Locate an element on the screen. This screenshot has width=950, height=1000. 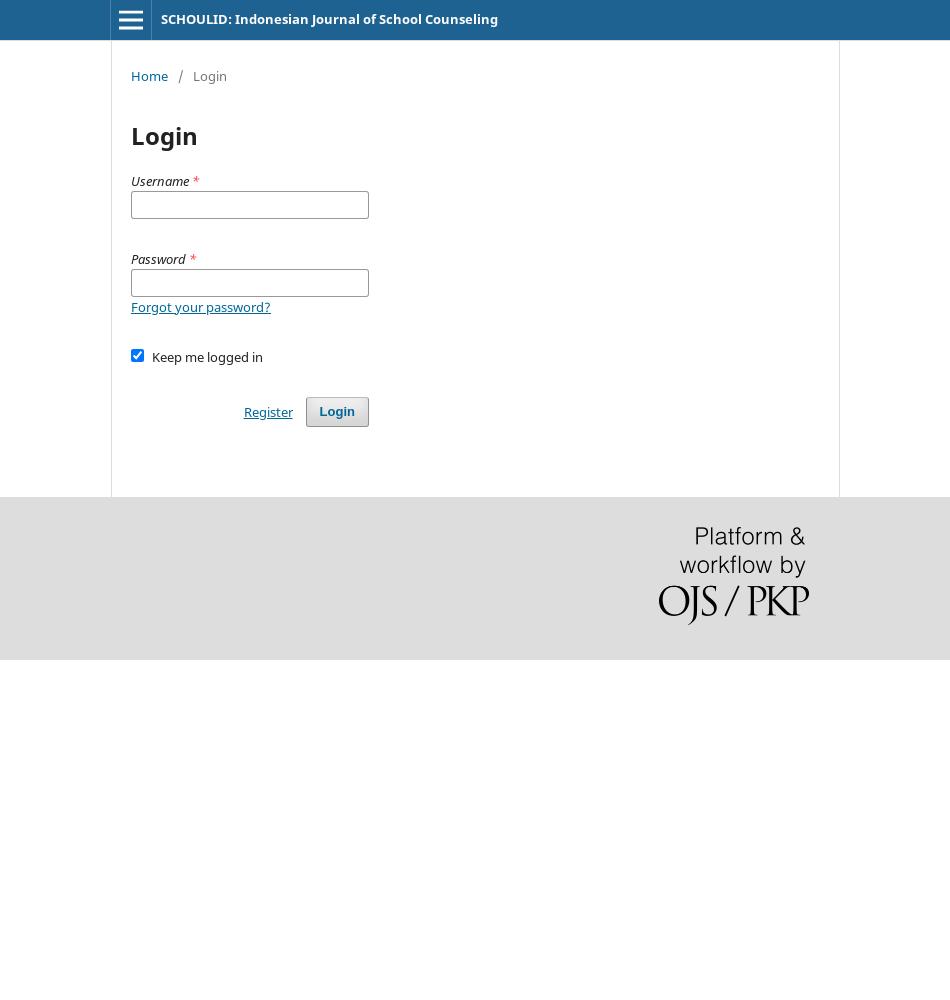
'Forgot your password?' is located at coordinates (201, 307).